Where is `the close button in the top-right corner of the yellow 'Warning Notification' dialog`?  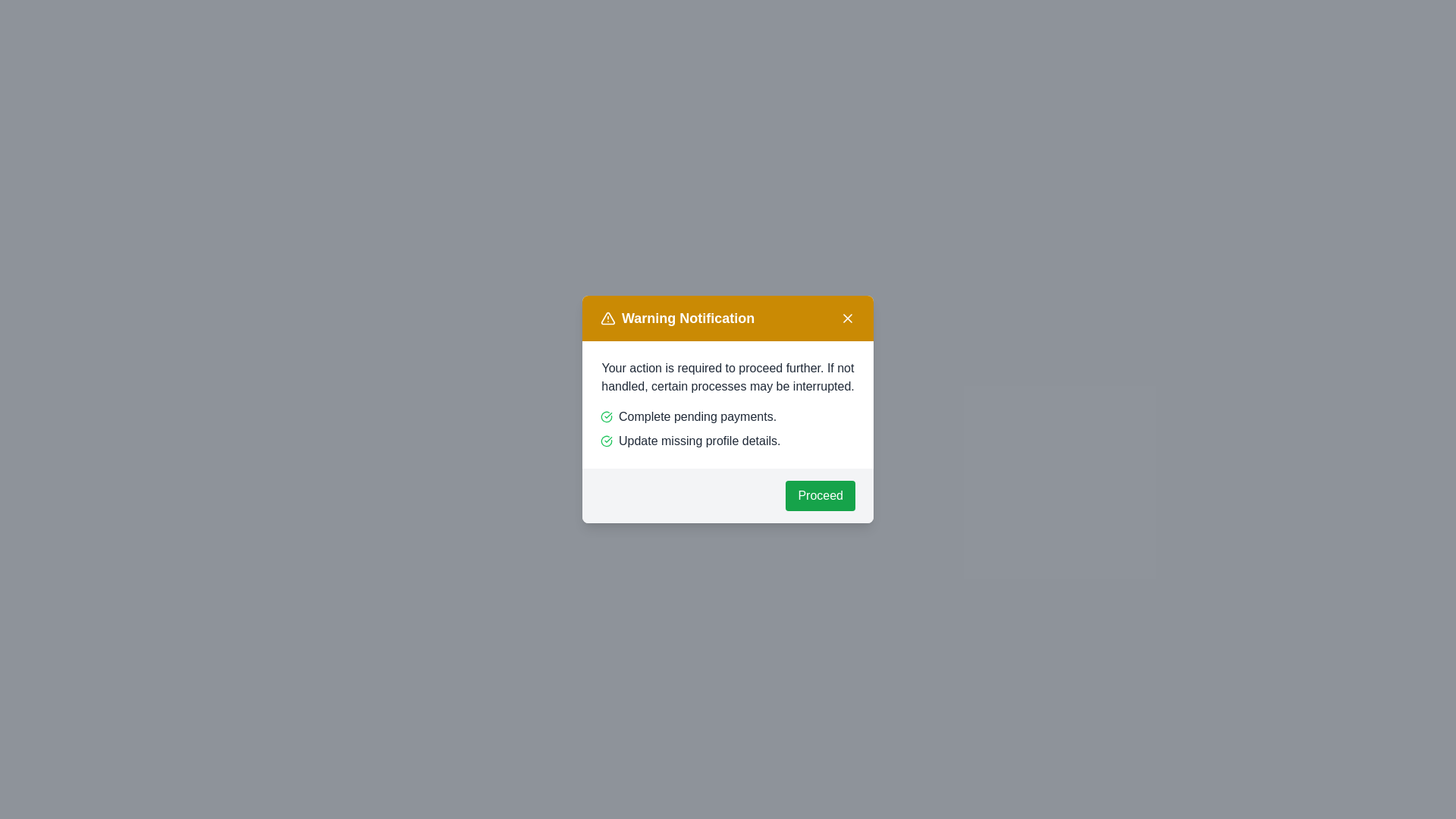
the close button in the top-right corner of the yellow 'Warning Notification' dialog is located at coordinates (847, 318).